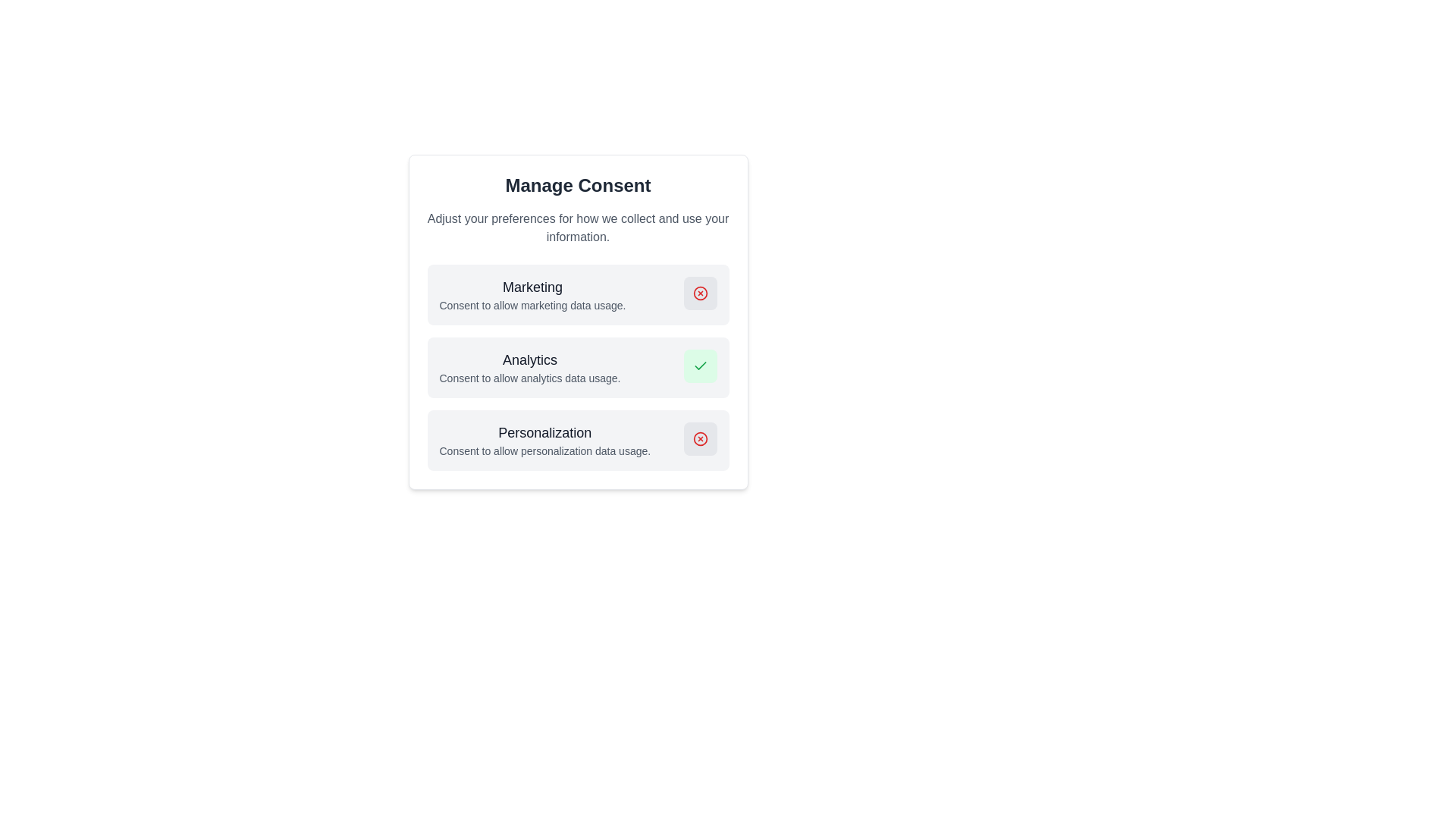 The image size is (1456, 819). What do you see at coordinates (532, 295) in the screenshot?
I see `heading 'Marketing' and the description 'Consent to allow marketing data usage.' from the text display element, which is framed within a light gray card at the top of the modal` at bounding box center [532, 295].